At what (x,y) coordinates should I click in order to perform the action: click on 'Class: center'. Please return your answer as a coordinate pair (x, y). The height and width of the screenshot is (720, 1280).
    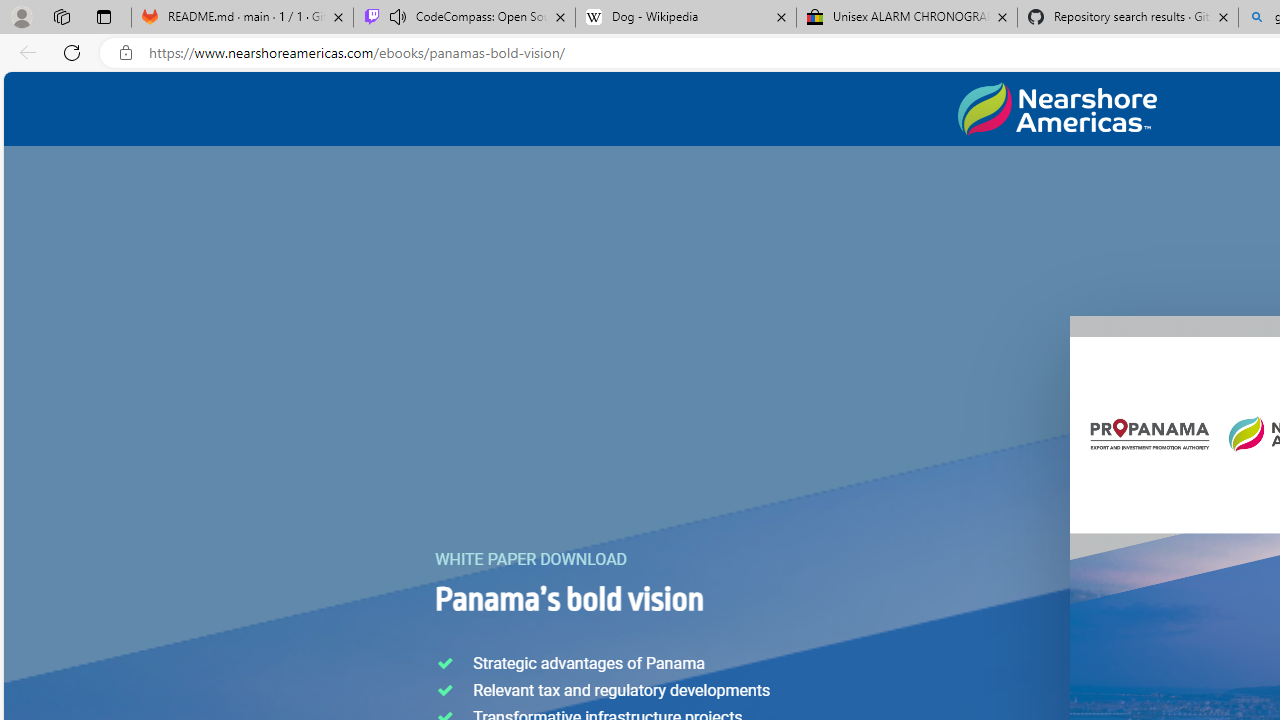
    Looking at the image, I should click on (1056, 109).